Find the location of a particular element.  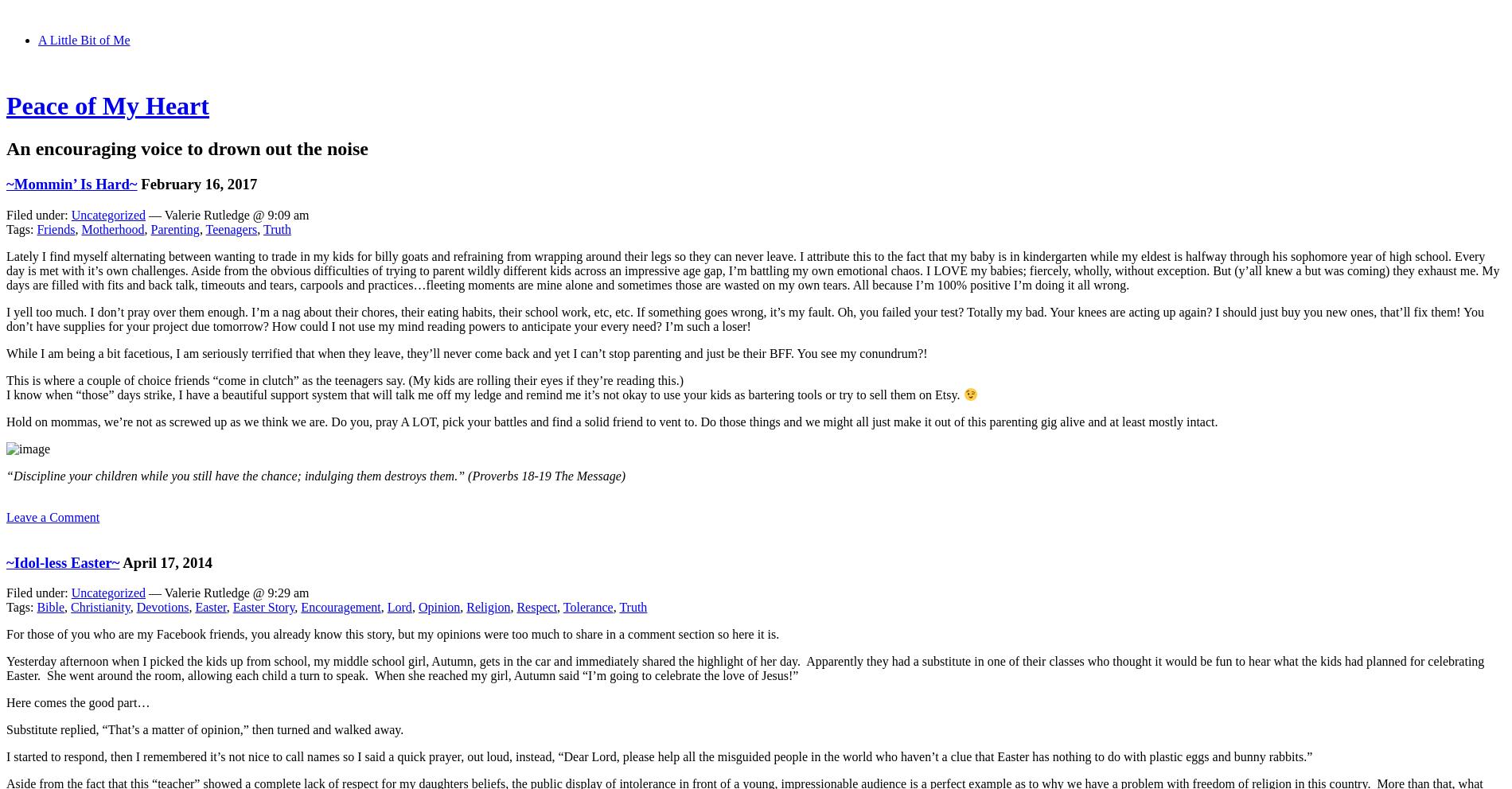

'I know when “those” days strike, I have a beautiful support system that will talk me off my ledge and remind me it’s not okay to use your kids as bartering tools or try to sell them on Etsy.' is located at coordinates (484, 394).